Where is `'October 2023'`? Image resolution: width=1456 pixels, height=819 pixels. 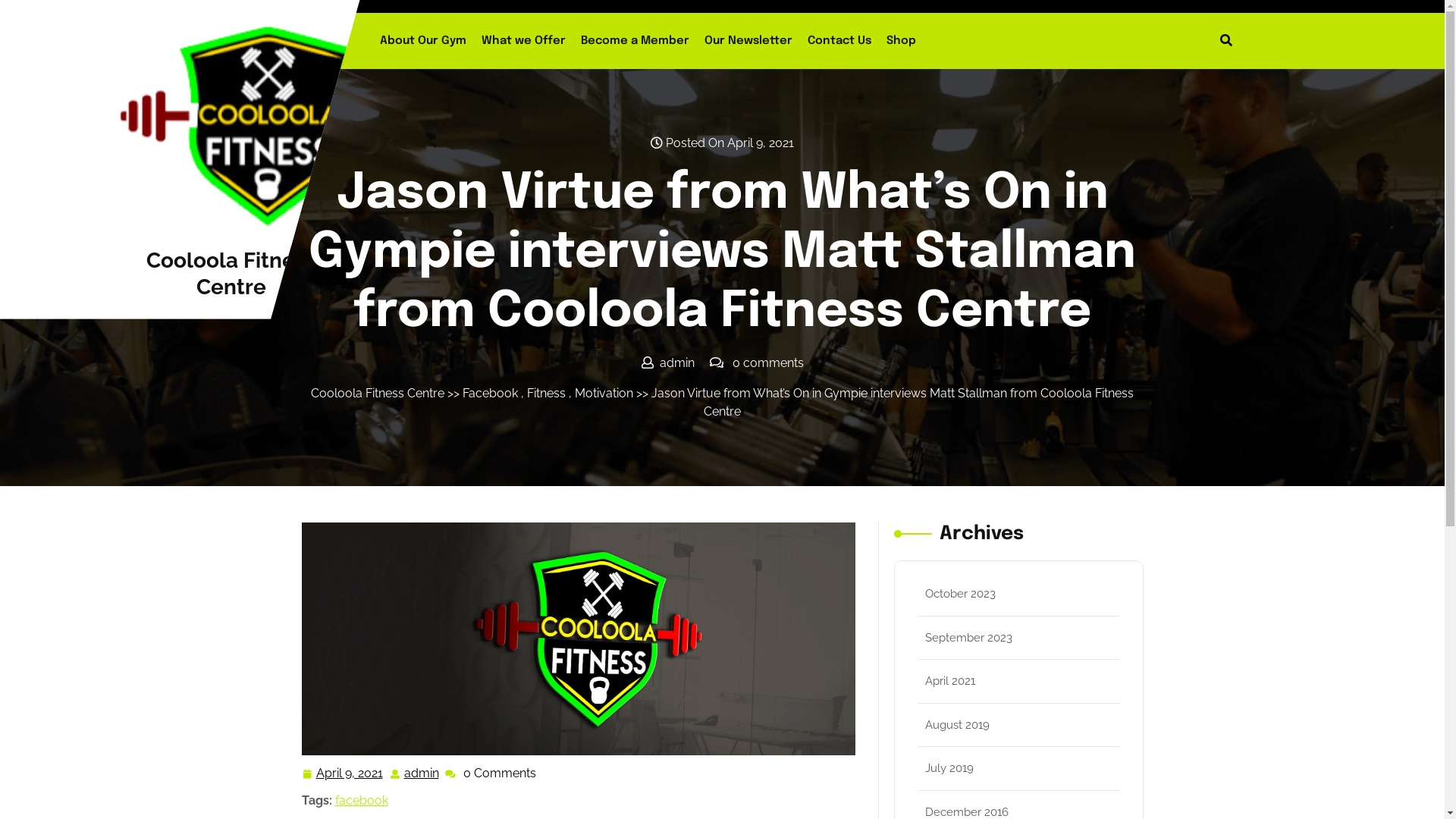
'October 2023' is located at coordinates (924, 593).